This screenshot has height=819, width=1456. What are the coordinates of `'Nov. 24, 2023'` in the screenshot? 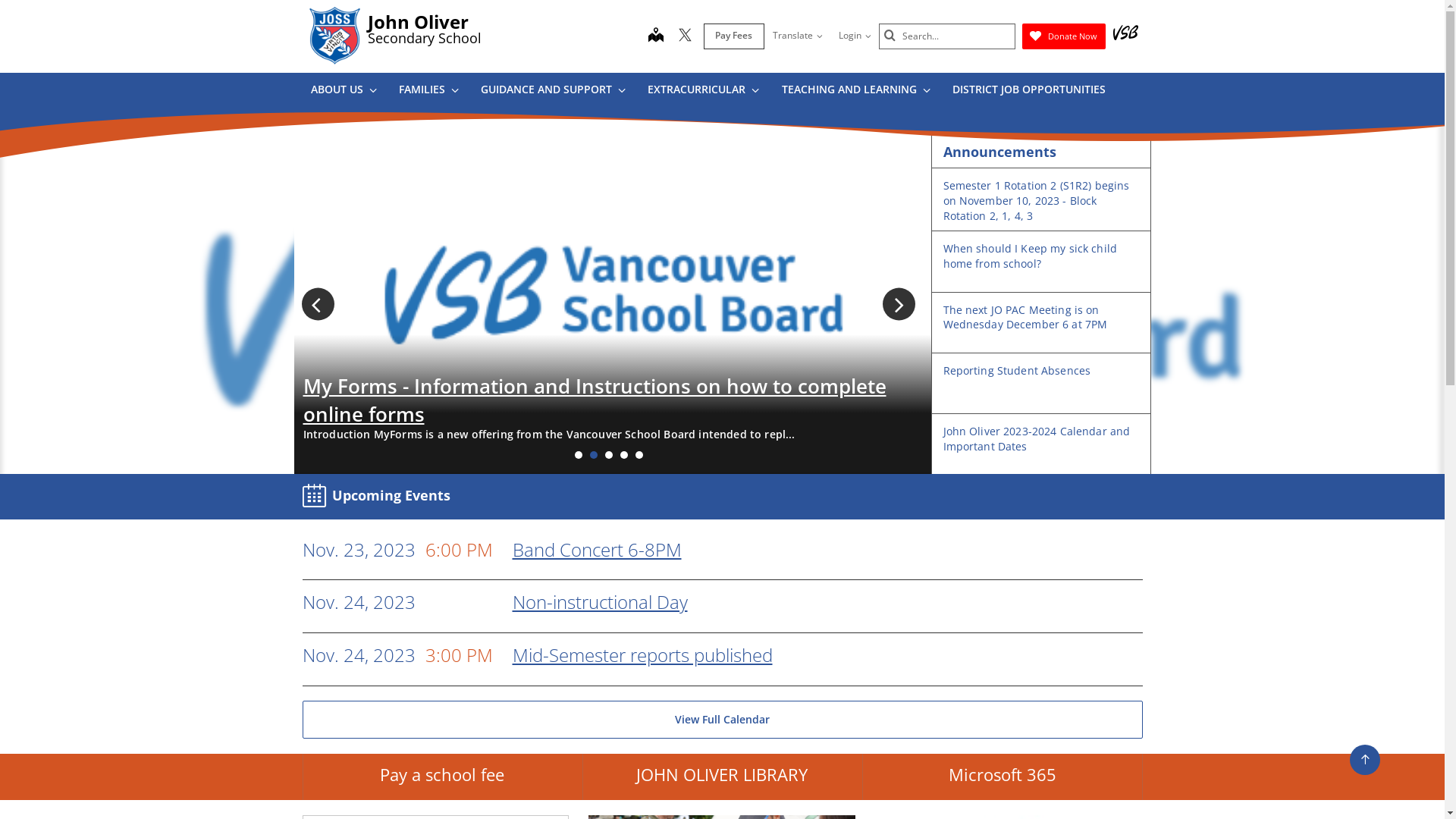 It's located at (302, 601).